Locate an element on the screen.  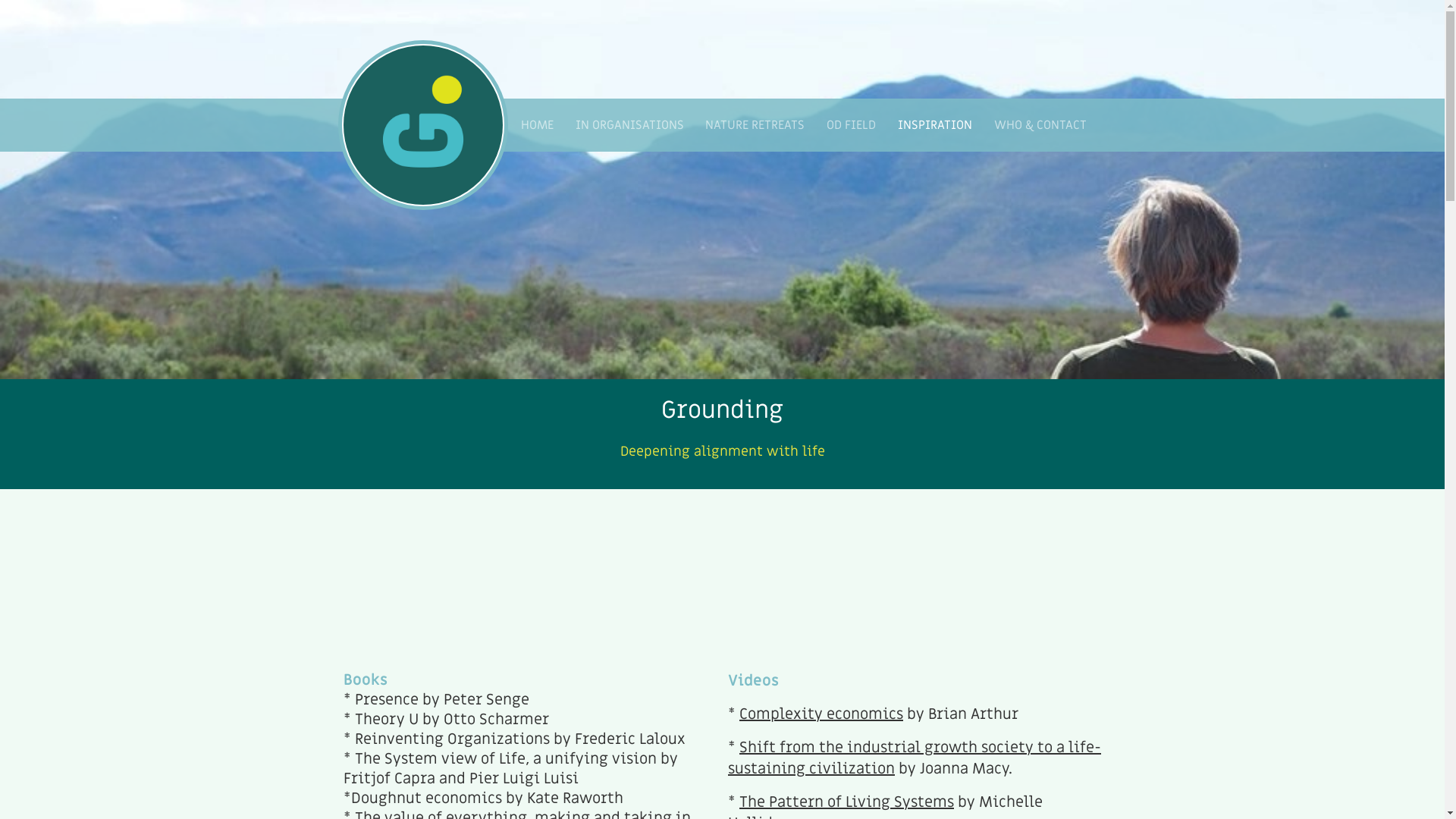
'HOME' is located at coordinates (537, 124).